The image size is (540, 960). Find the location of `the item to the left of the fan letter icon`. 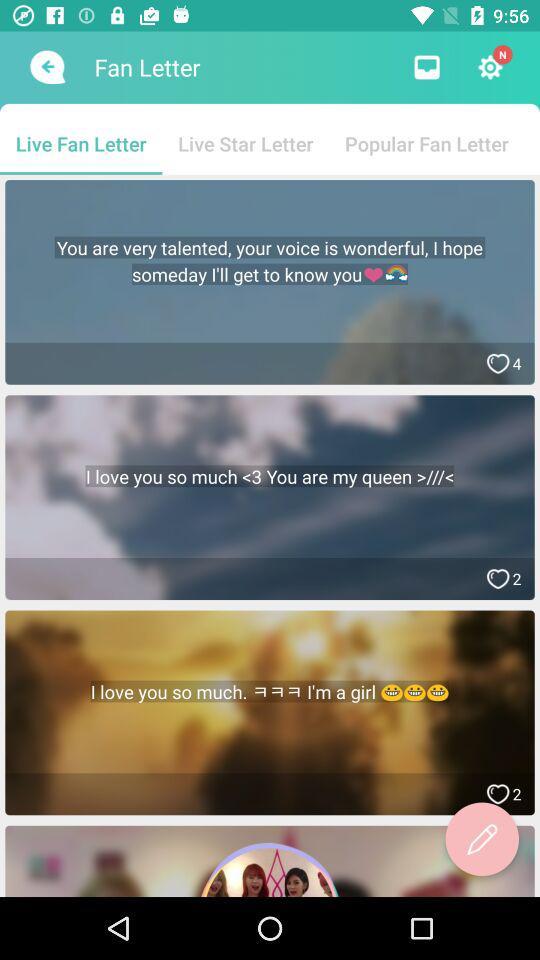

the item to the left of the fan letter icon is located at coordinates (45, 67).